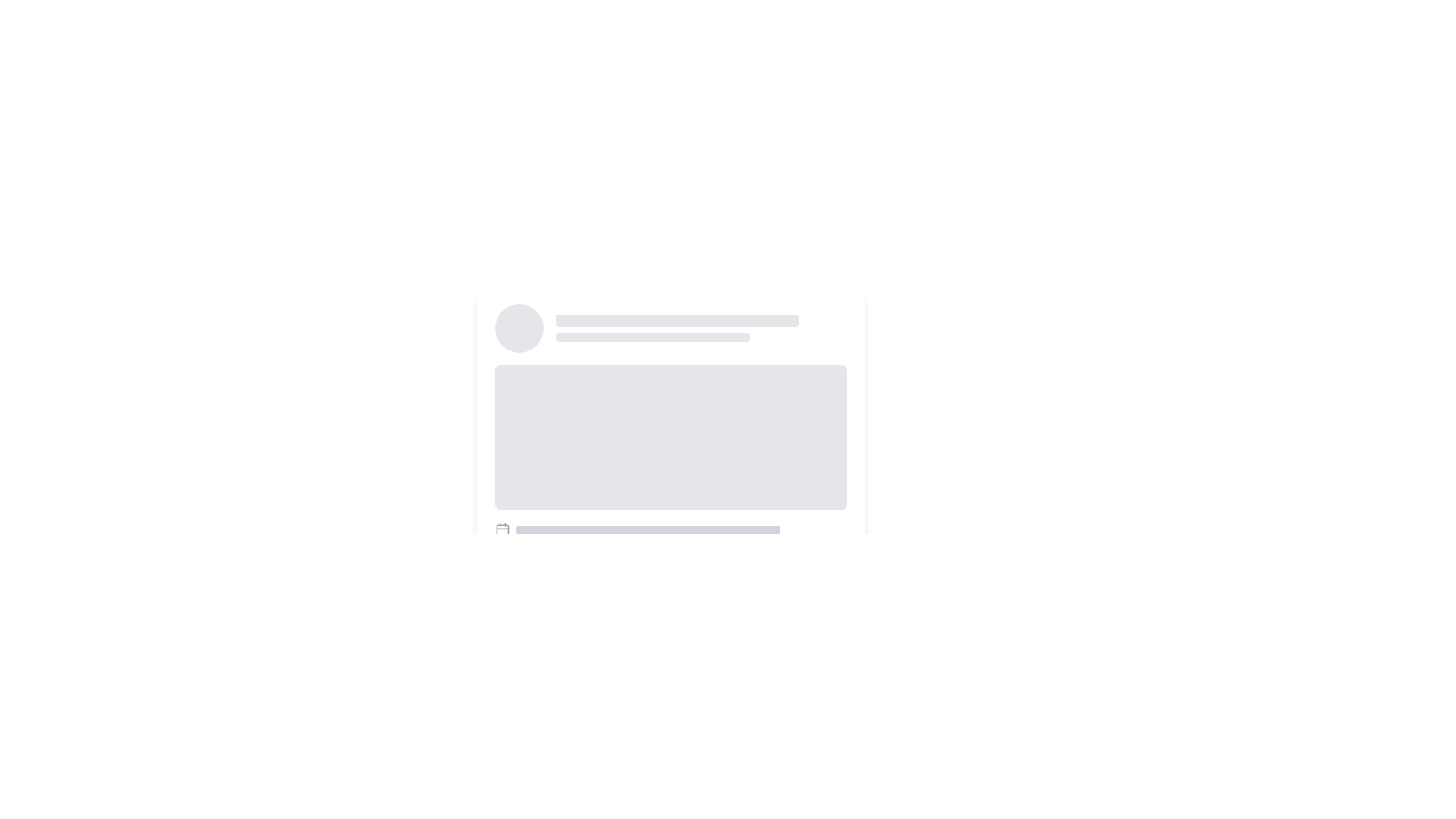  What do you see at coordinates (519, 327) in the screenshot?
I see `the interactive circular gray placeholder element located at the extreme left of its group` at bounding box center [519, 327].